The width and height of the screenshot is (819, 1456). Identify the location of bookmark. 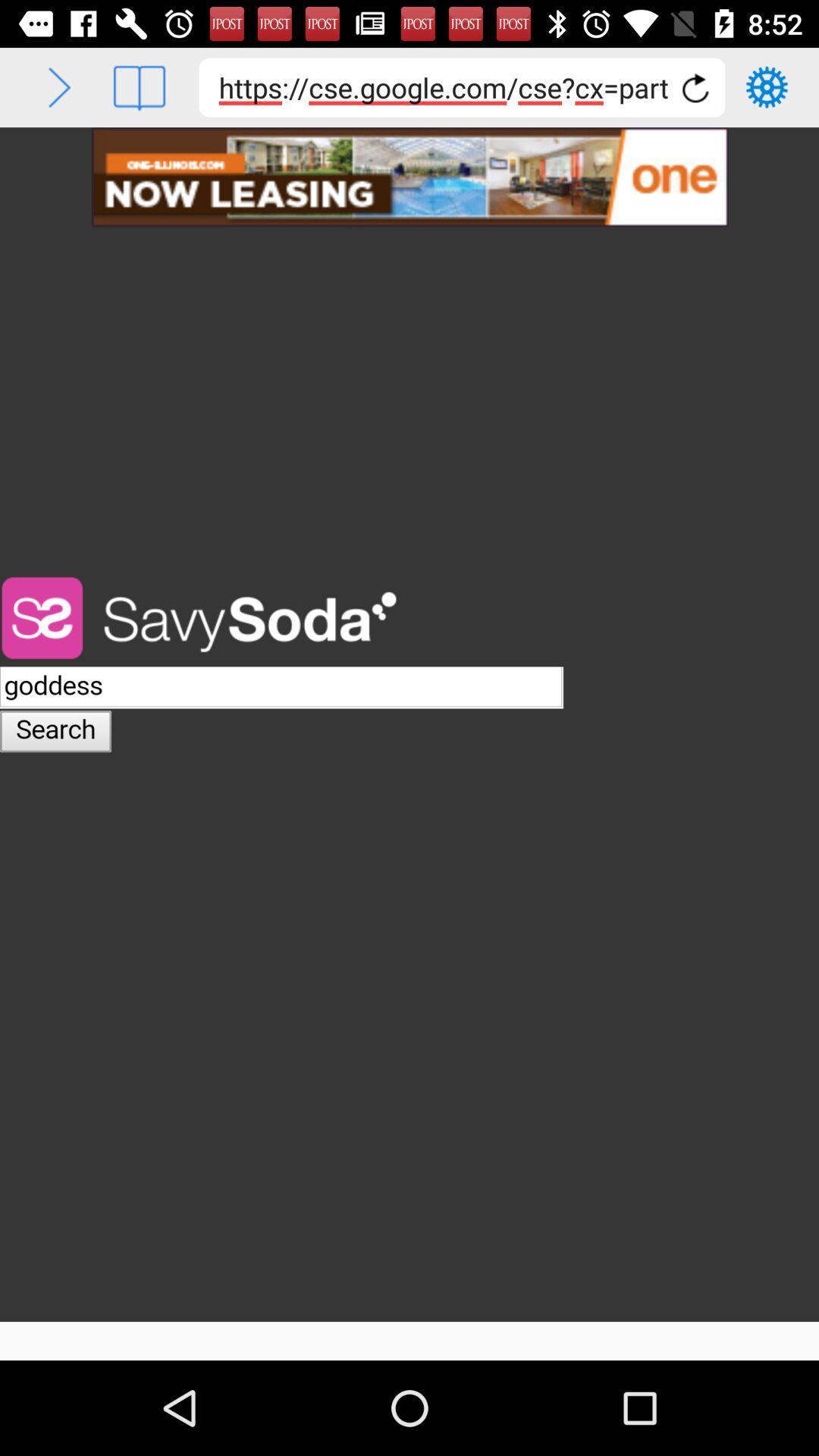
(139, 86).